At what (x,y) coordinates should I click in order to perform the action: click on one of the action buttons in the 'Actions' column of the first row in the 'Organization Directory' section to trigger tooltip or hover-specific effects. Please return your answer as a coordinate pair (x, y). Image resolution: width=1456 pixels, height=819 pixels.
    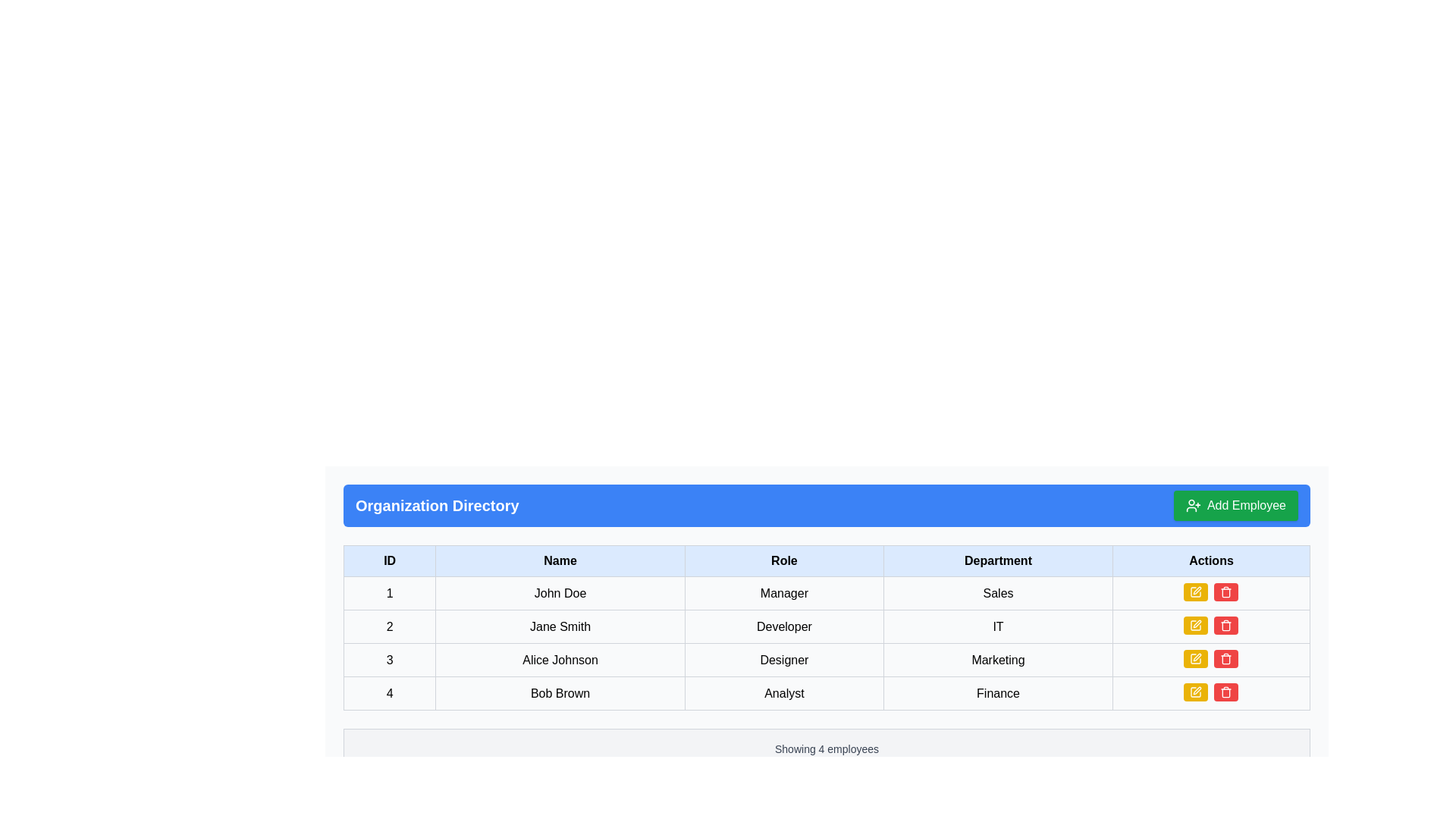
    Looking at the image, I should click on (1210, 592).